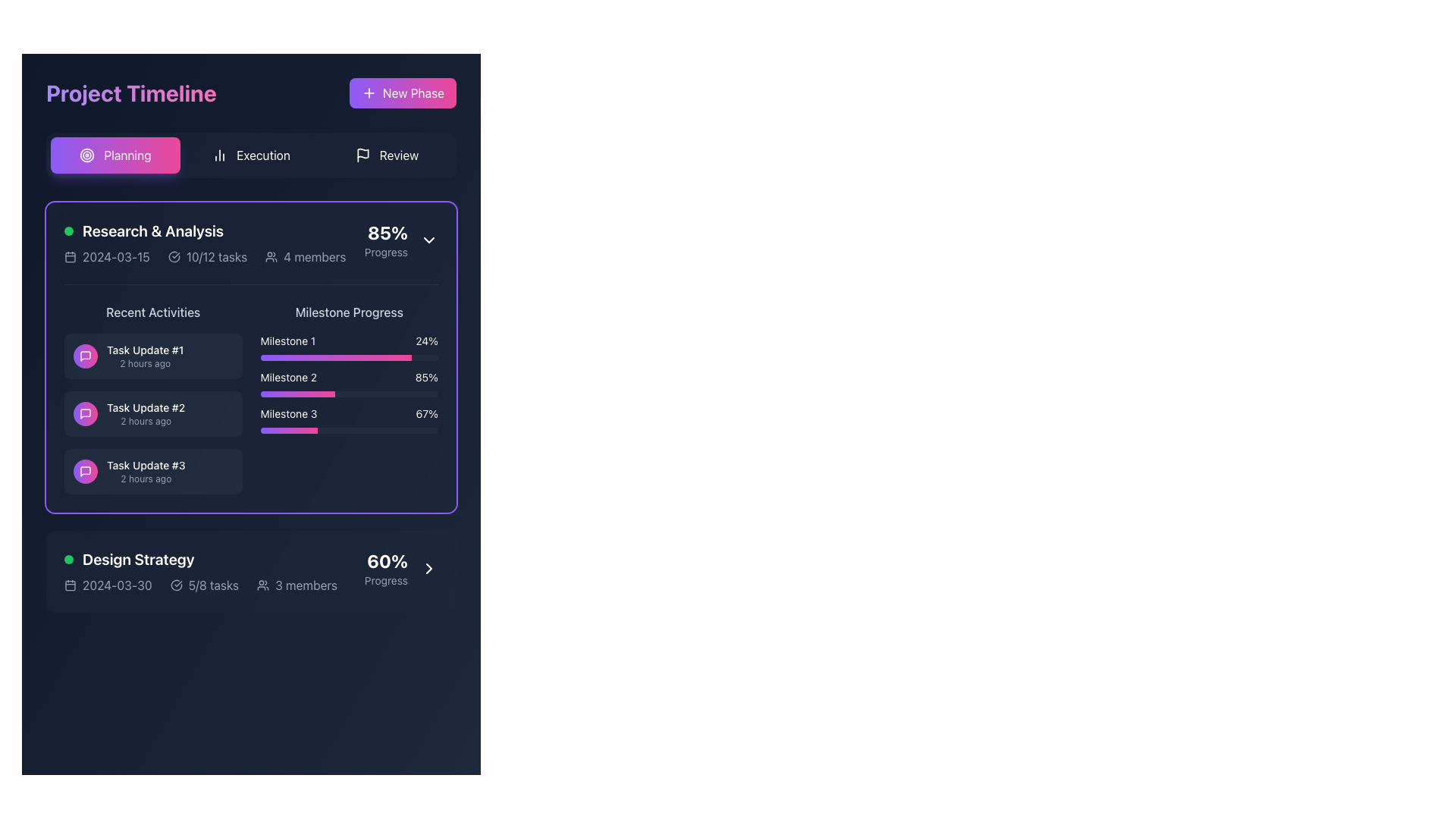  What do you see at coordinates (215, 256) in the screenshot?
I see `the text label displaying '10/12 tasks' located in the 'Research & Analysis' section, which is positioned to the right of the task completion status icon` at bounding box center [215, 256].